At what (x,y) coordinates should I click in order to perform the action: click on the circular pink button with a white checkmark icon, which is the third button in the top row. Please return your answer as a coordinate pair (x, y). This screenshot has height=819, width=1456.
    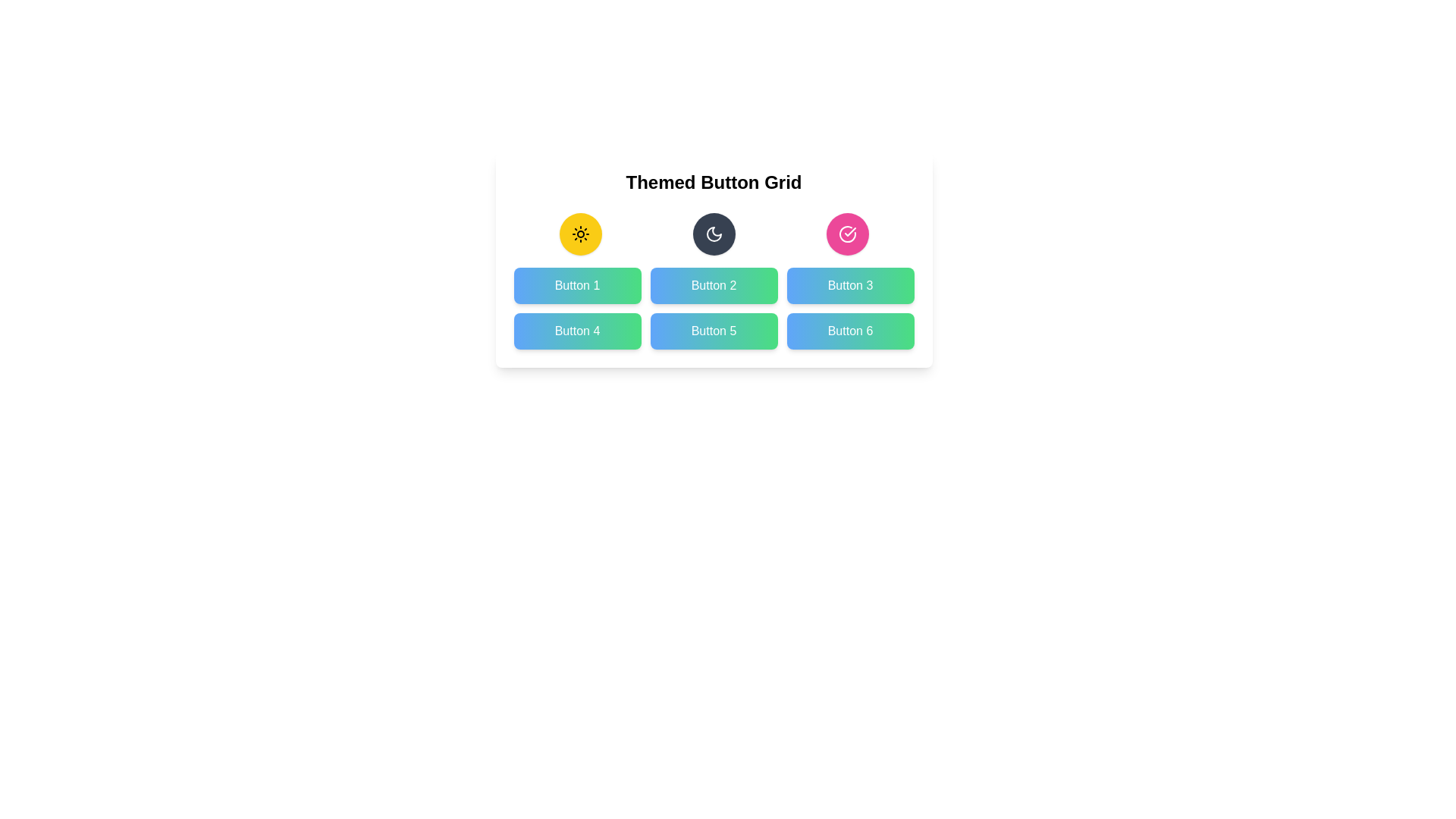
    Looking at the image, I should click on (846, 234).